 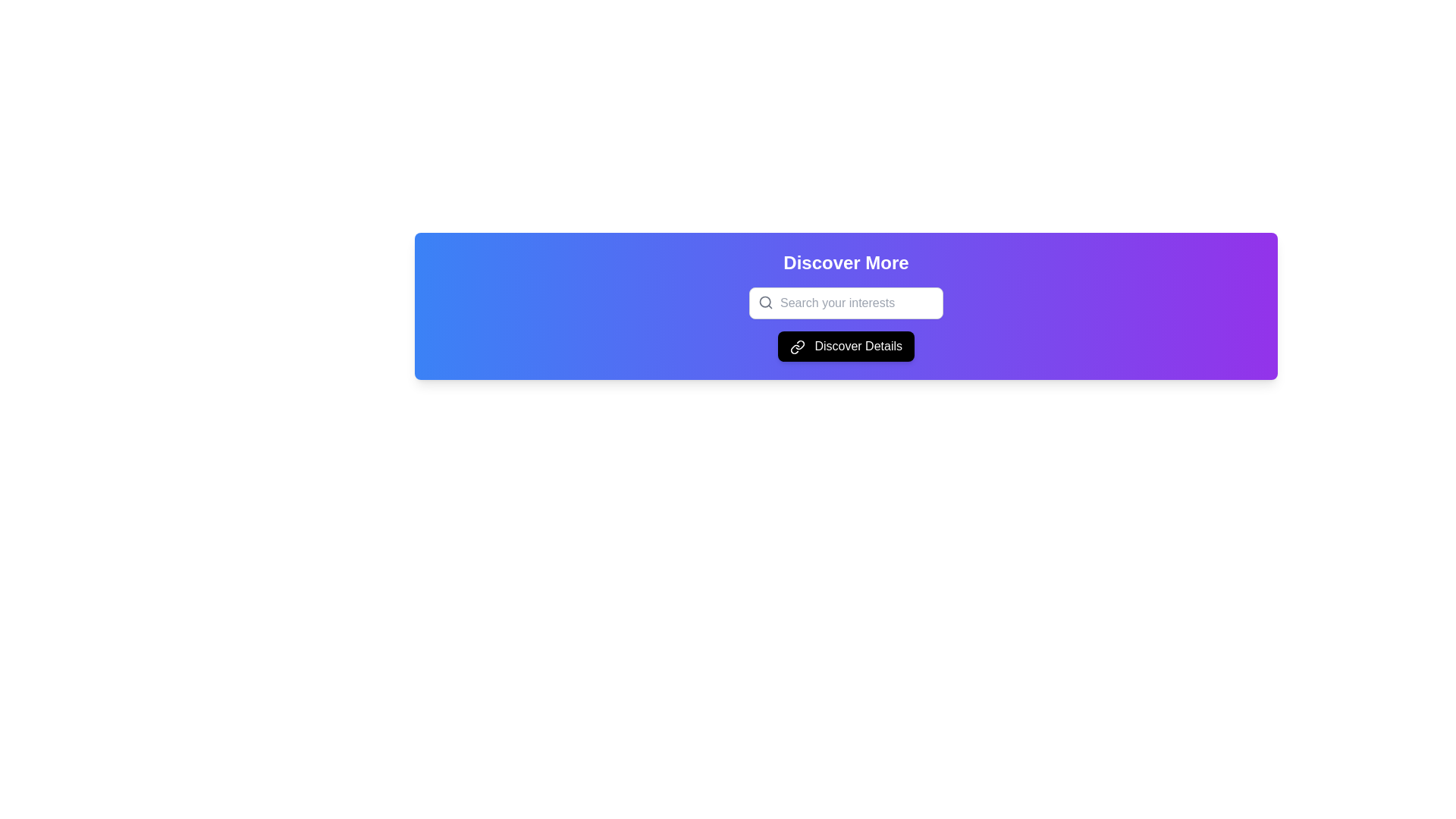 What do you see at coordinates (765, 302) in the screenshot?
I see `the search icon located inside the 'Search your interests' input box, positioned on the left side` at bounding box center [765, 302].